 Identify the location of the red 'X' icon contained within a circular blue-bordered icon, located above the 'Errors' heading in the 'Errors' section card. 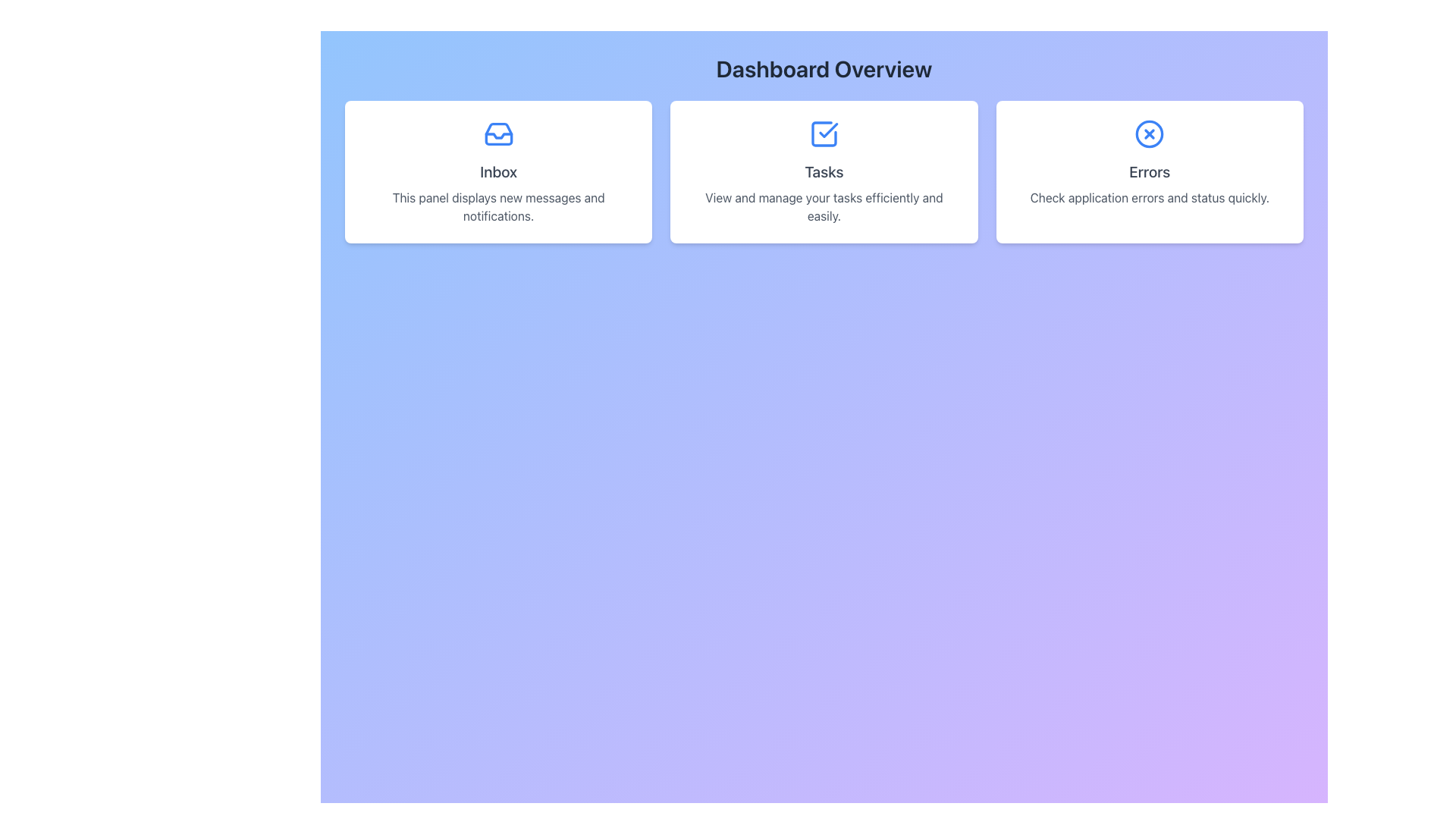
(1150, 133).